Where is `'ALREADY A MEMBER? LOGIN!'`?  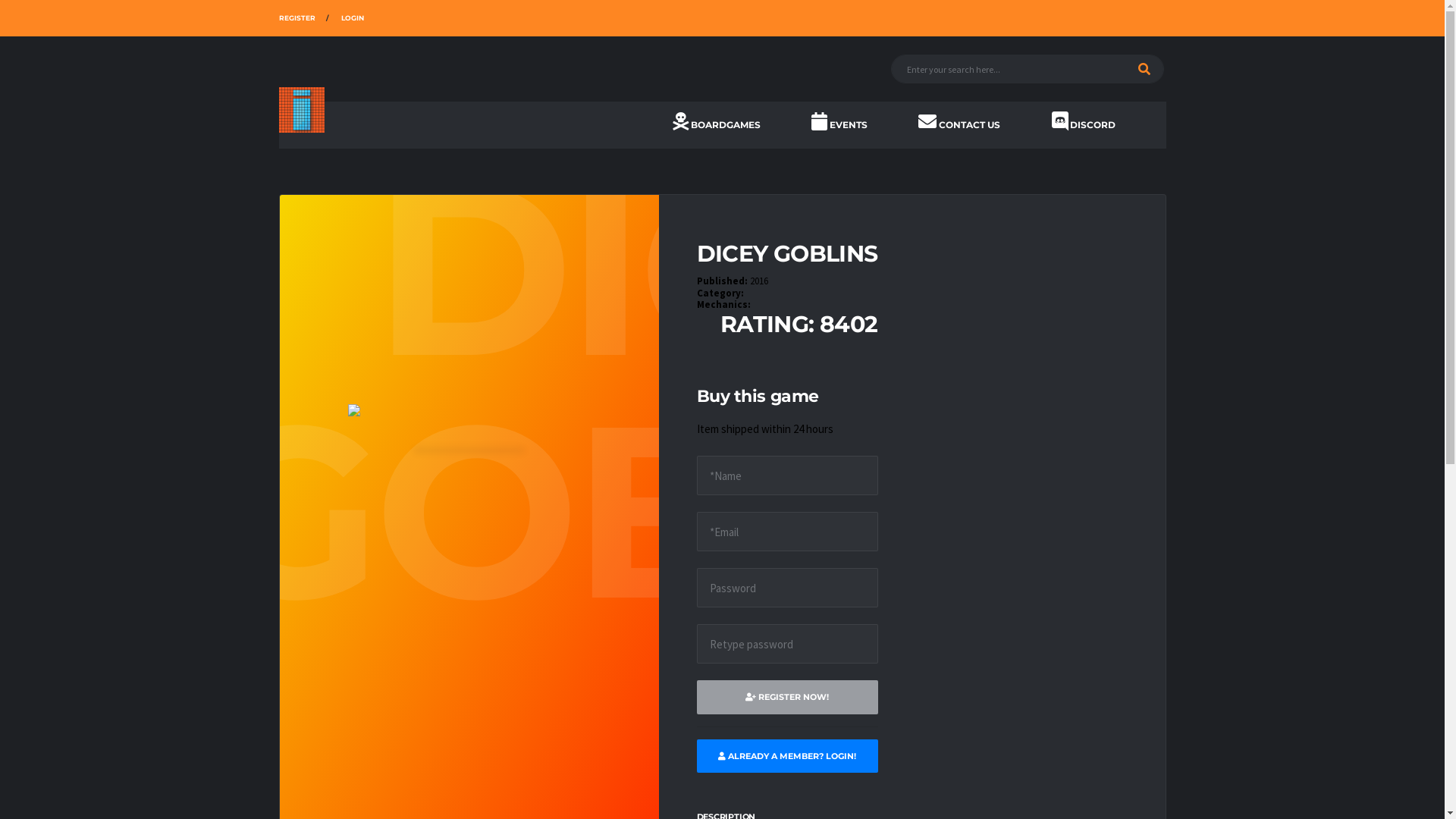
'ALREADY A MEMBER? LOGIN!' is located at coordinates (786, 756).